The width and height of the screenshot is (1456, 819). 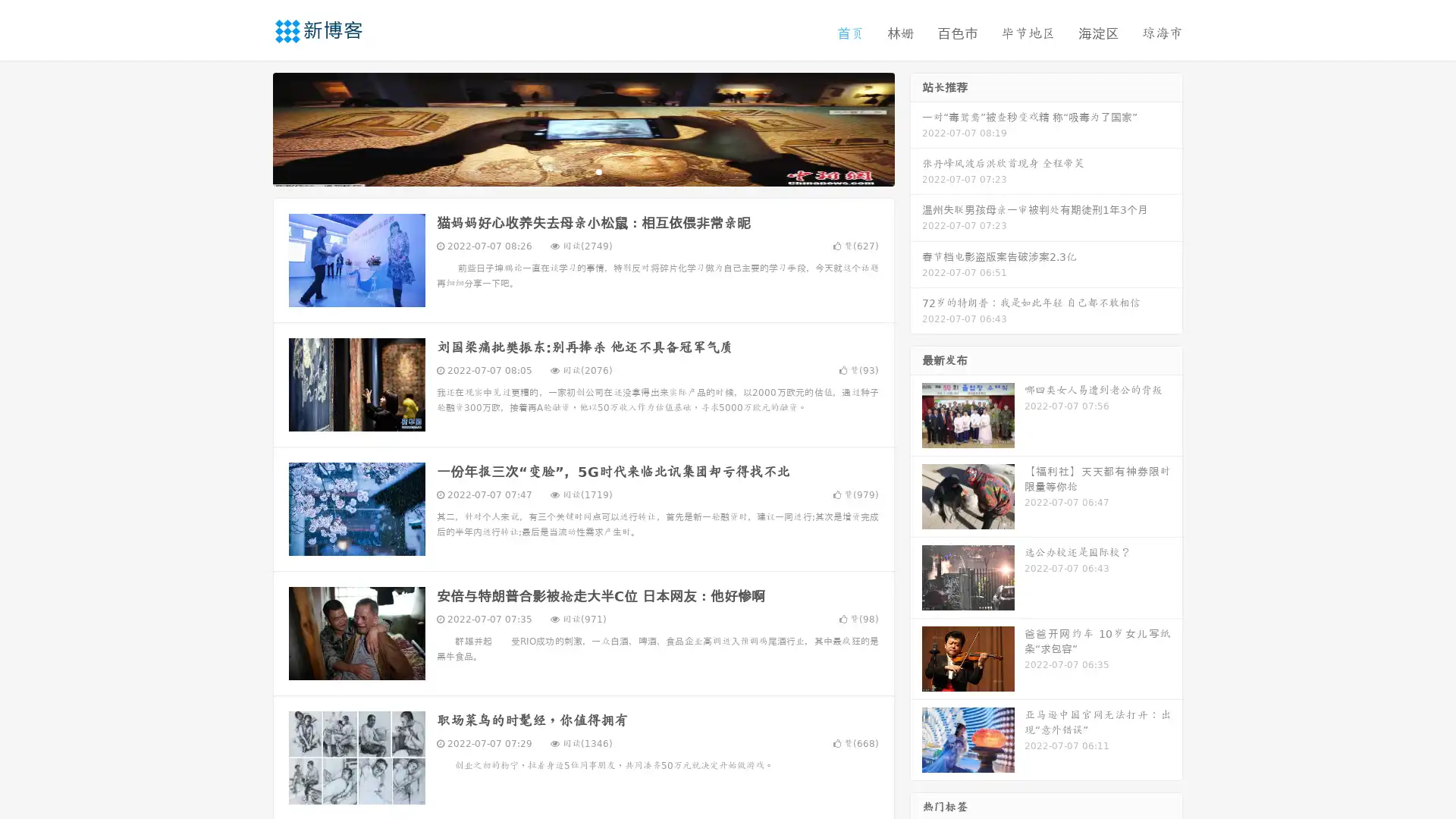 What do you see at coordinates (582, 171) in the screenshot?
I see `Go to slide 2` at bounding box center [582, 171].